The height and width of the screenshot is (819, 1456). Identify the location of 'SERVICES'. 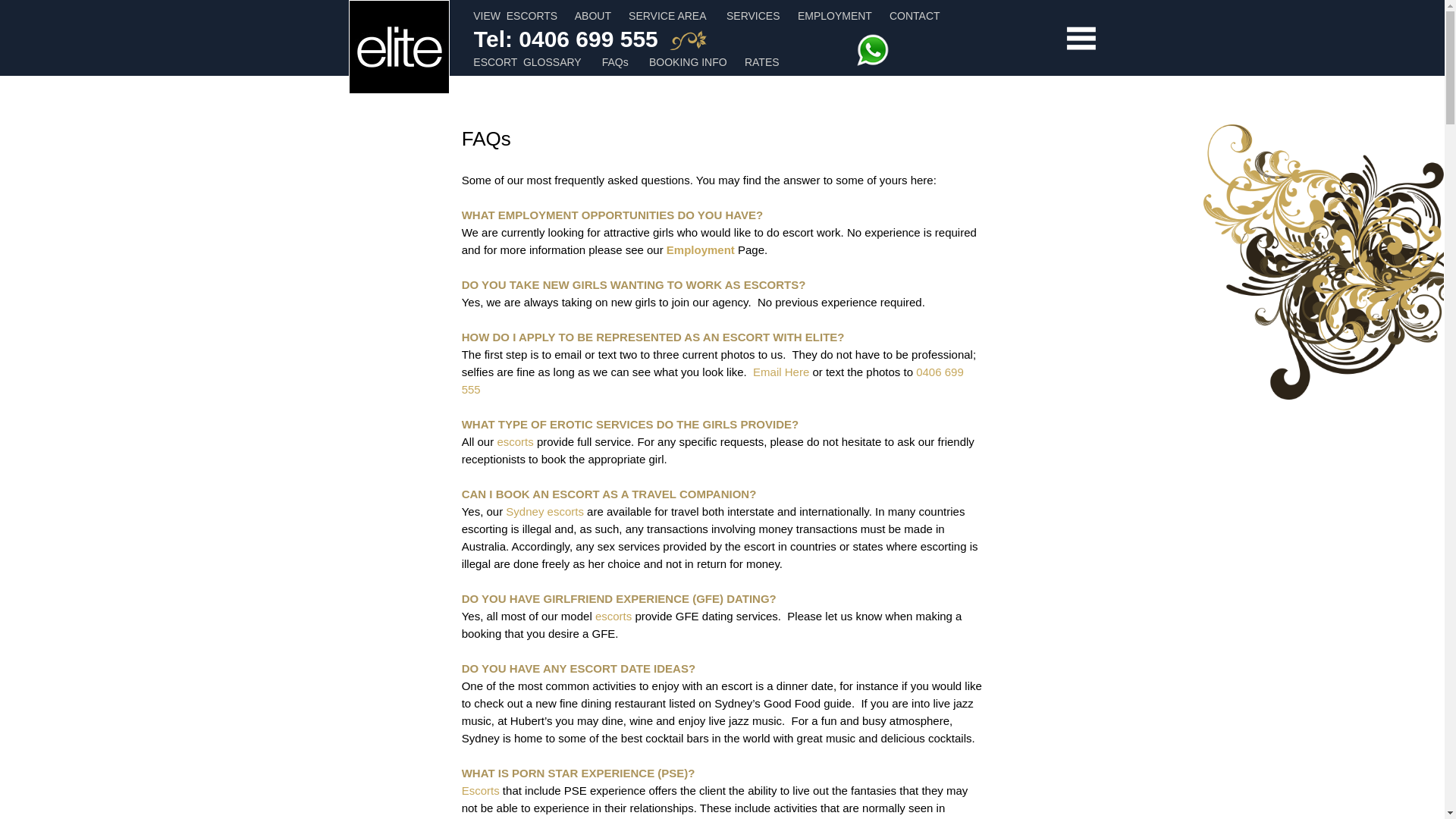
(753, 15).